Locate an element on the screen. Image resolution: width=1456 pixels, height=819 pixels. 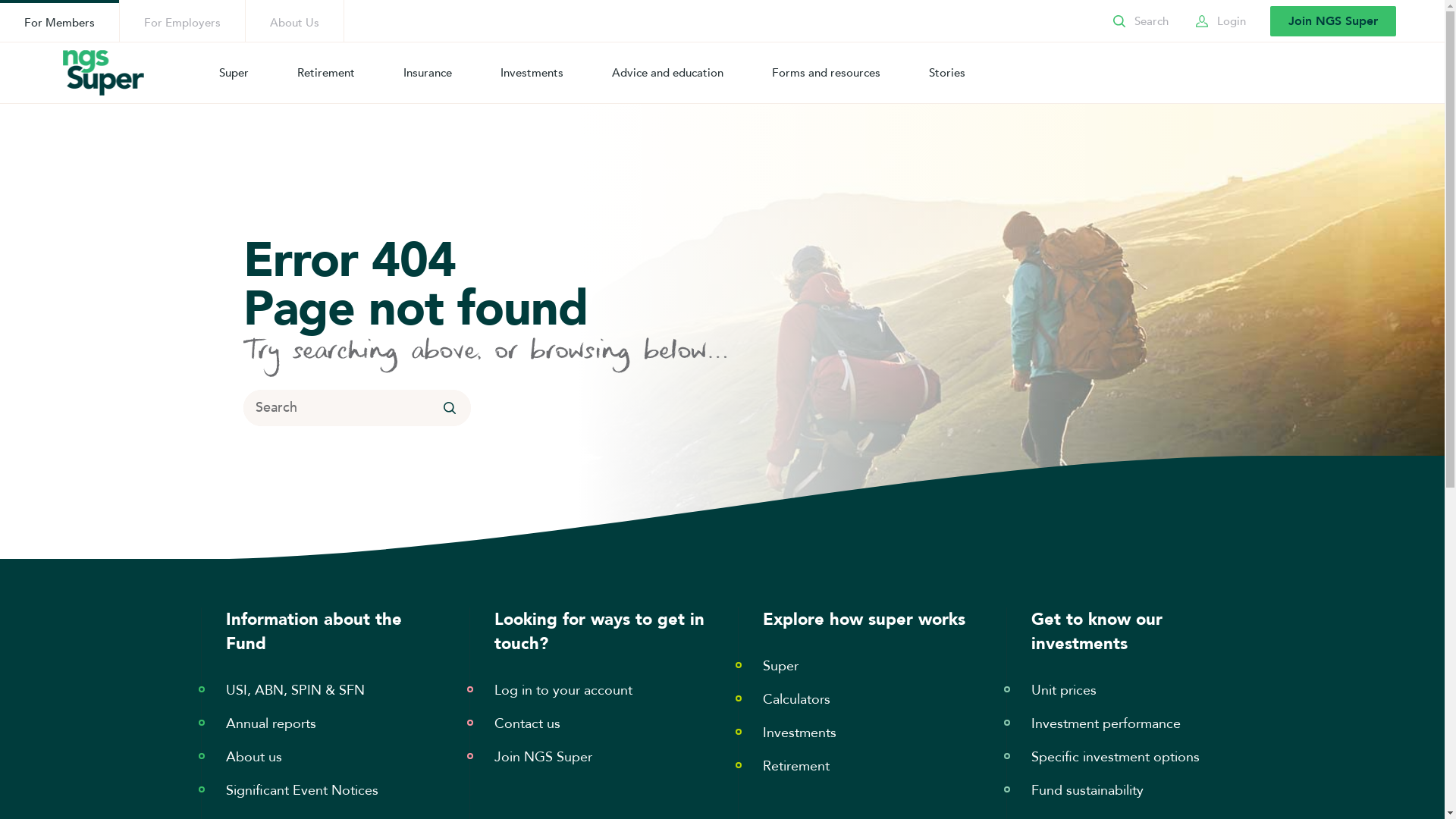
'Annual reports' is located at coordinates (224, 723).